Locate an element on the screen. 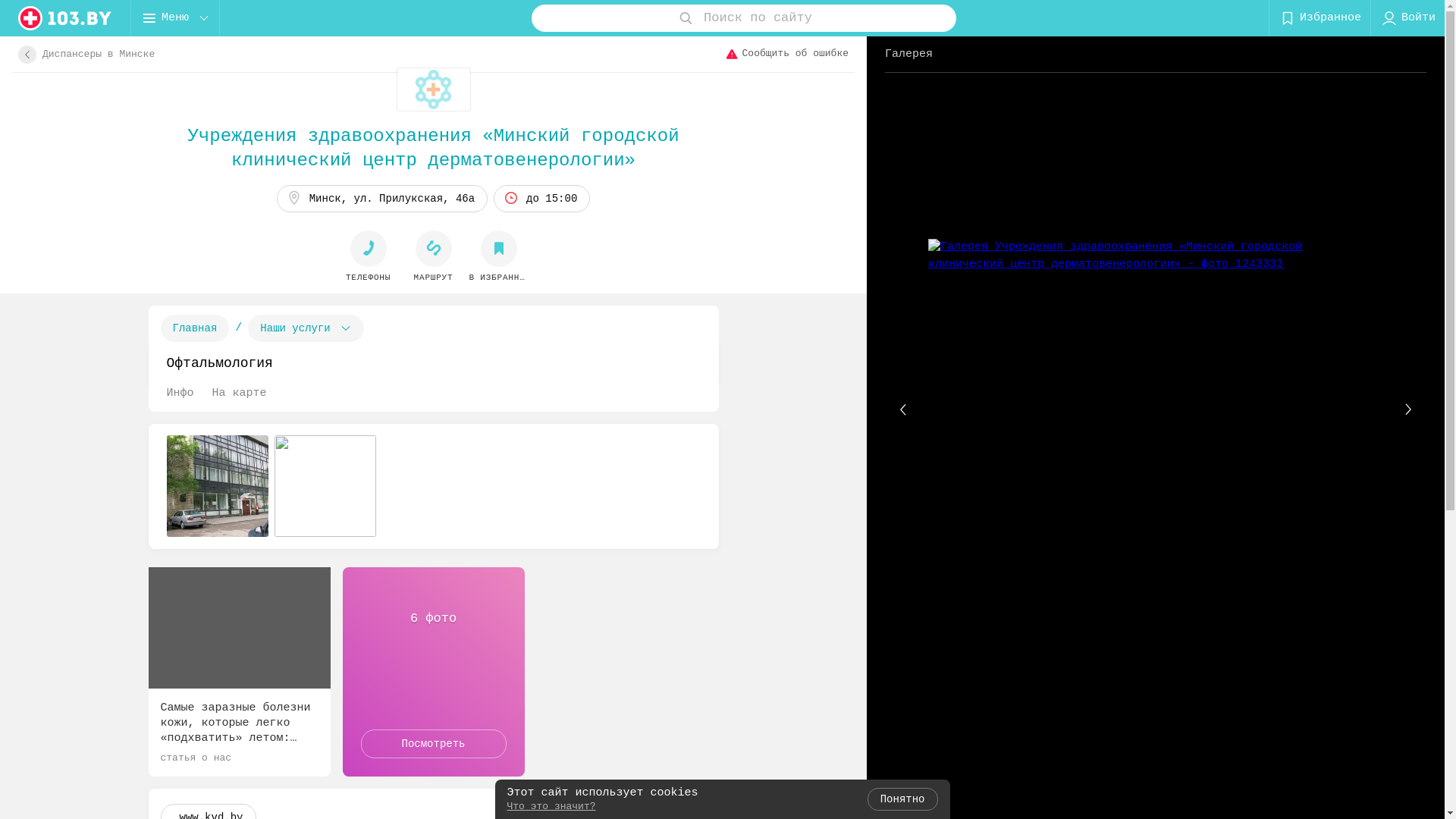  'logo' is located at coordinates (64, 17).